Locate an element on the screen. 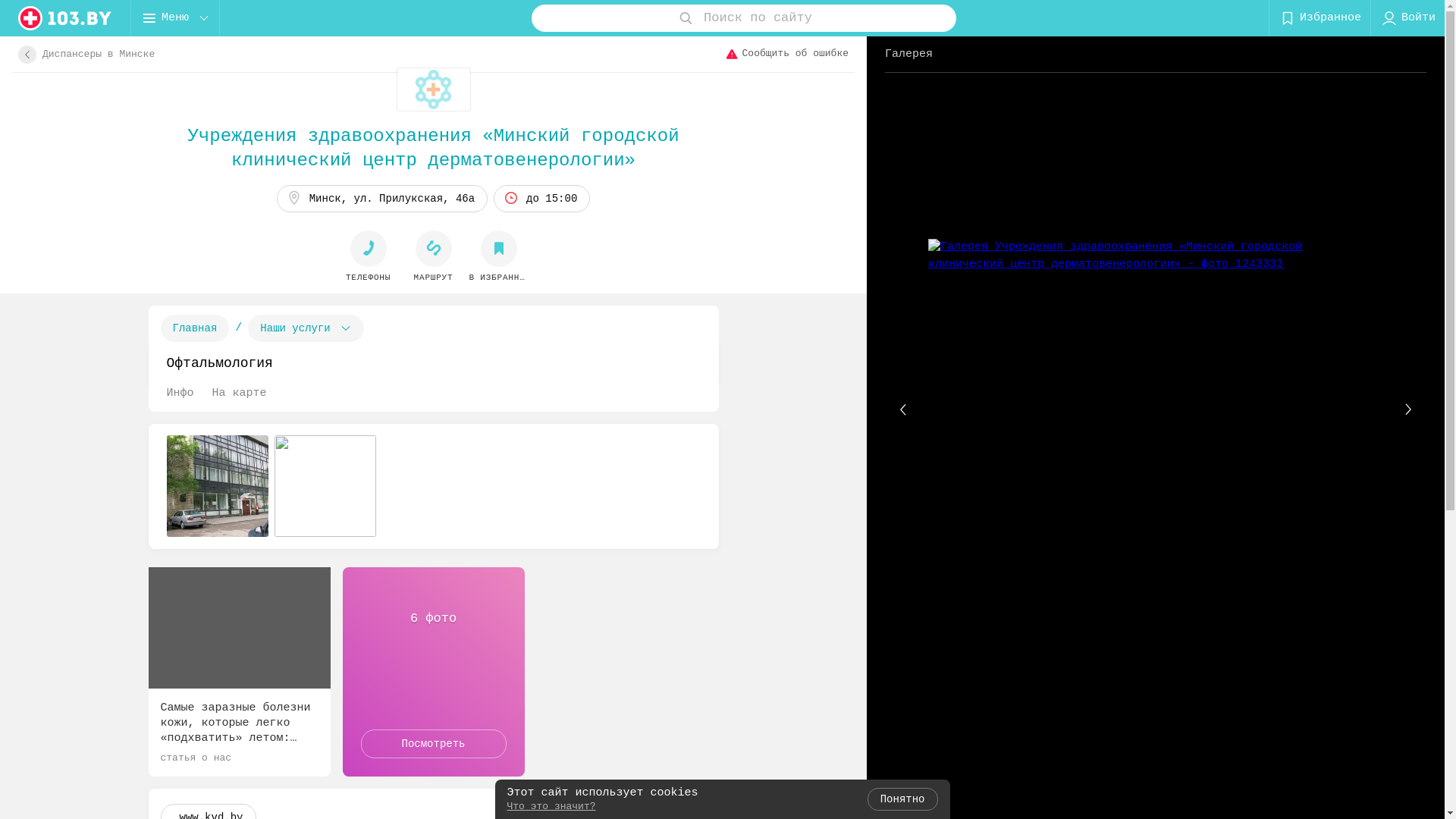  'logo' is located at coordinates (64, 17).